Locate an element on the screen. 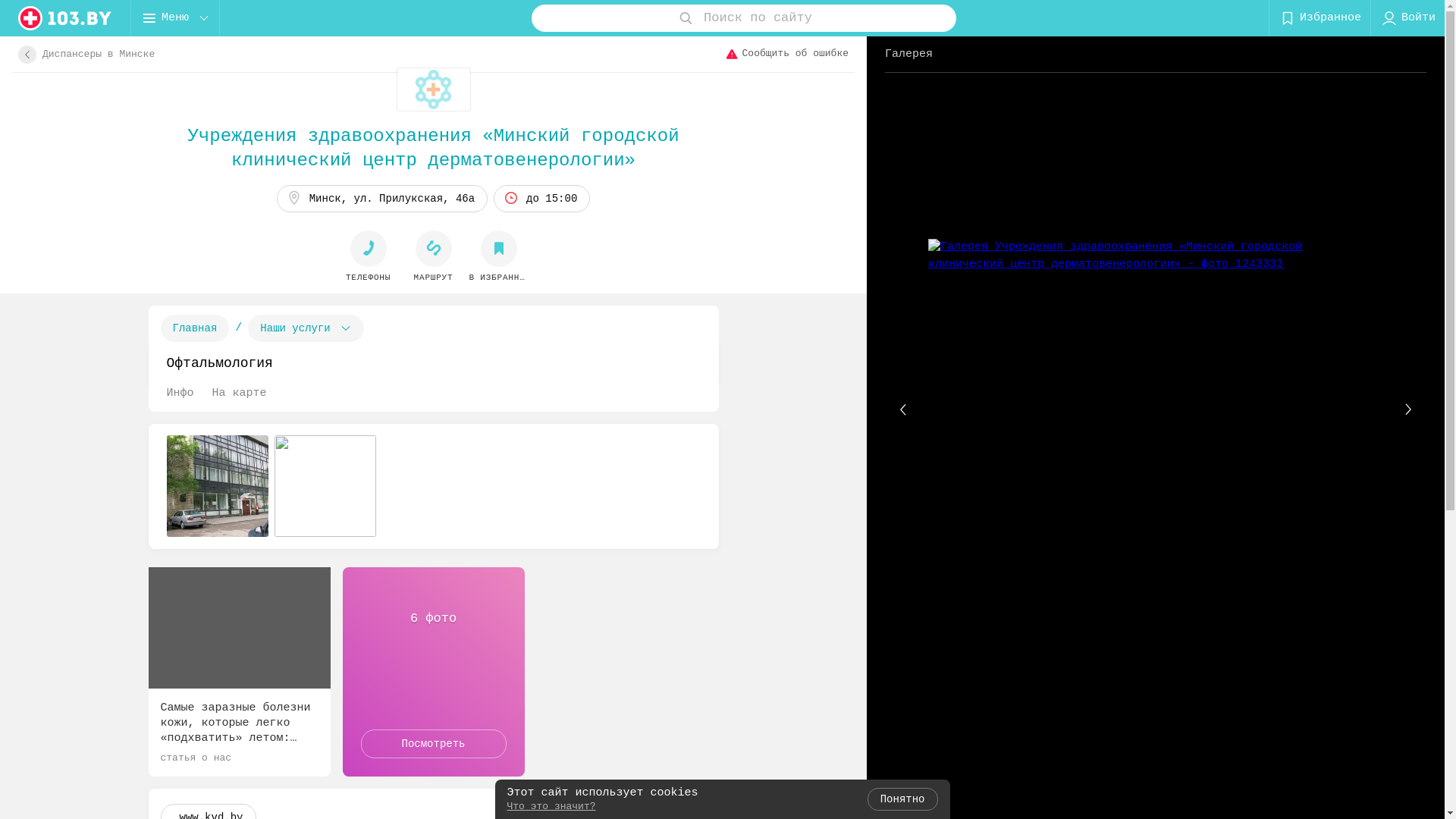  'logo' is located at coordinates (64, 17).